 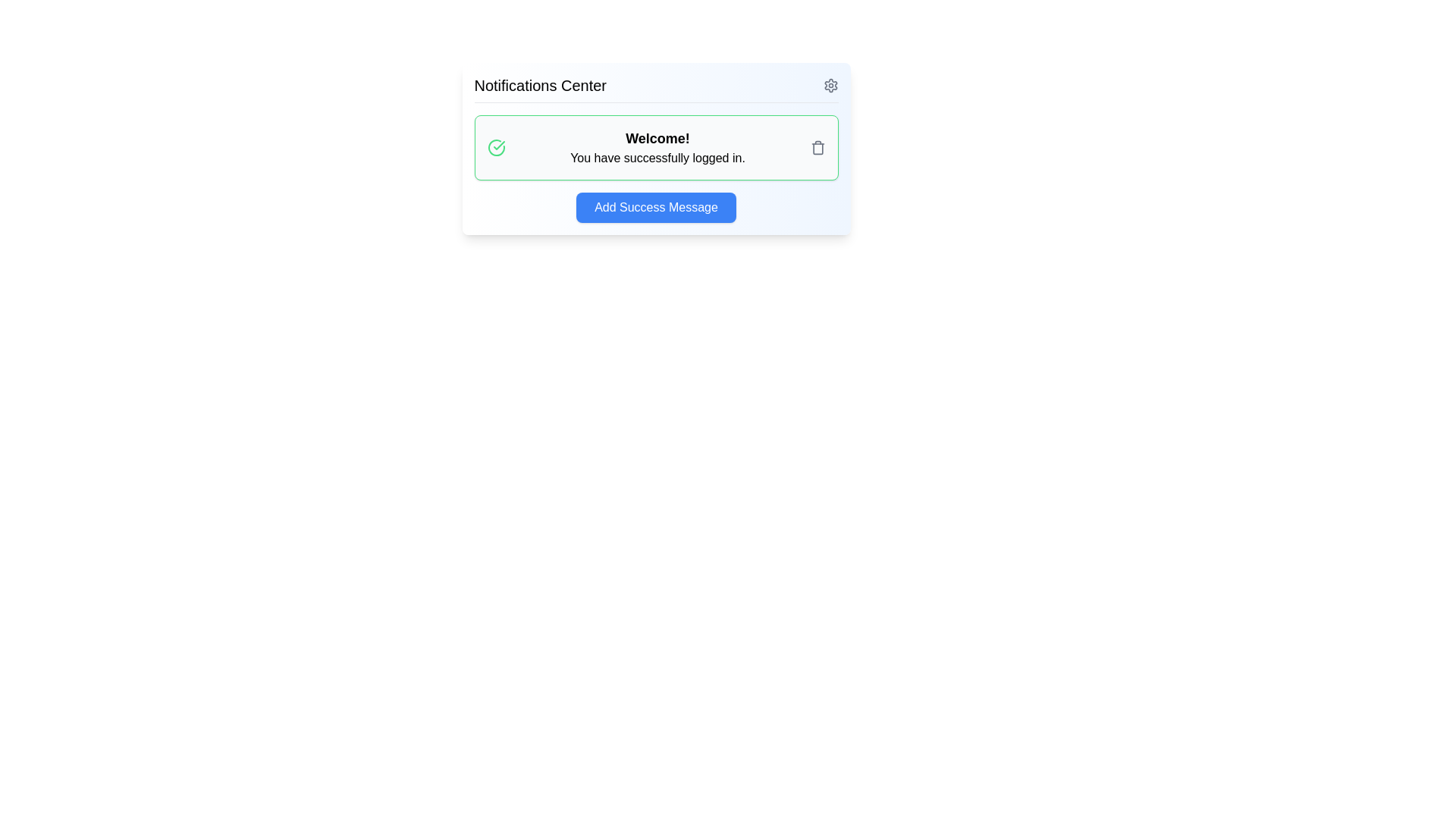 What do you see at coordinates (817, 148) in the screenshot?
I see `the interactive icon located at the far right of the notification message` at bounding box center [817, 148].